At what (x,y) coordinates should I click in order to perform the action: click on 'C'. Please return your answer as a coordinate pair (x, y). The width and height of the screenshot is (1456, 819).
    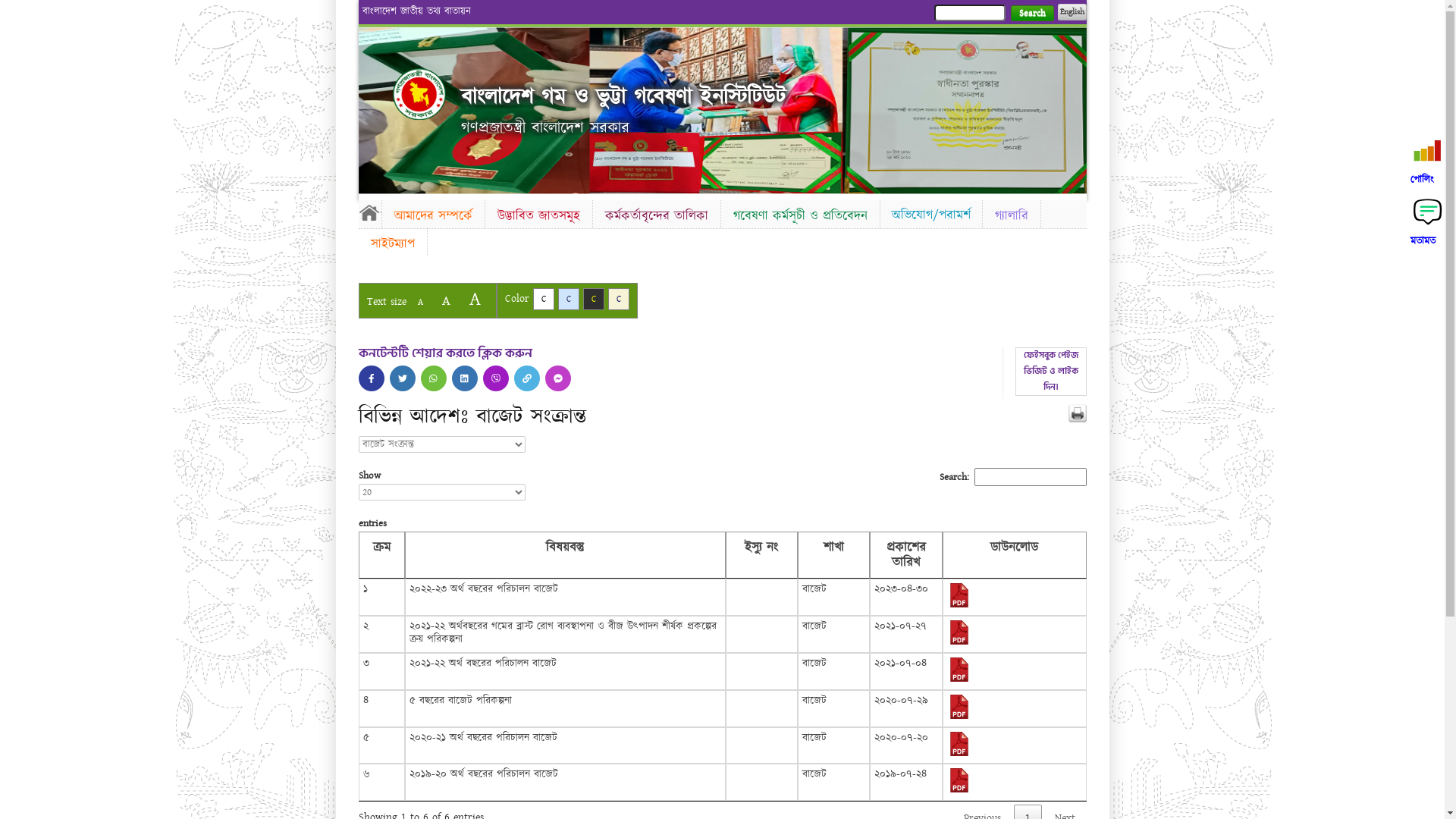
    Looking at the image, I should click on (557, 299).